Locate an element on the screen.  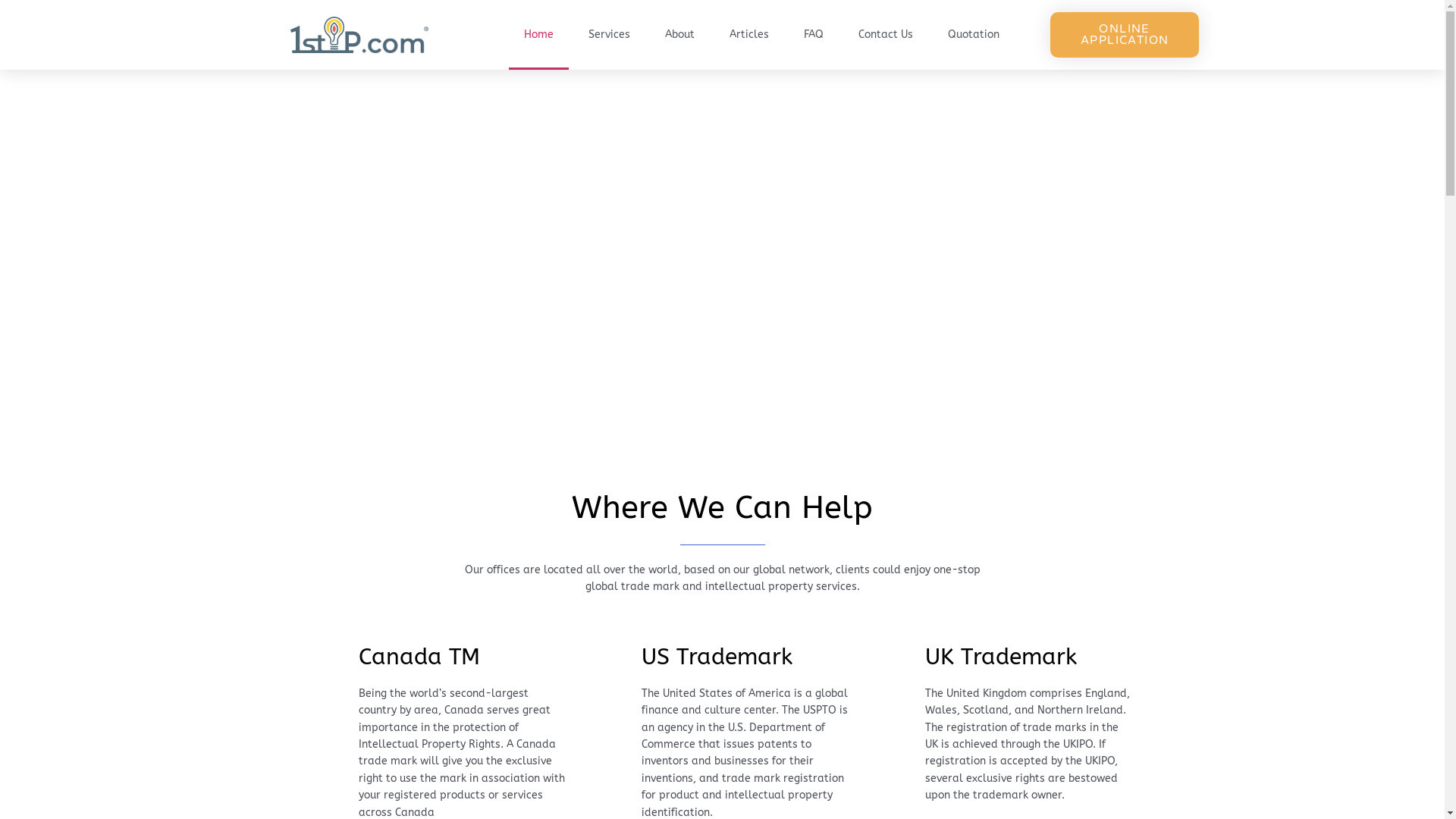
'Services' is located at coordinates (609, 34).